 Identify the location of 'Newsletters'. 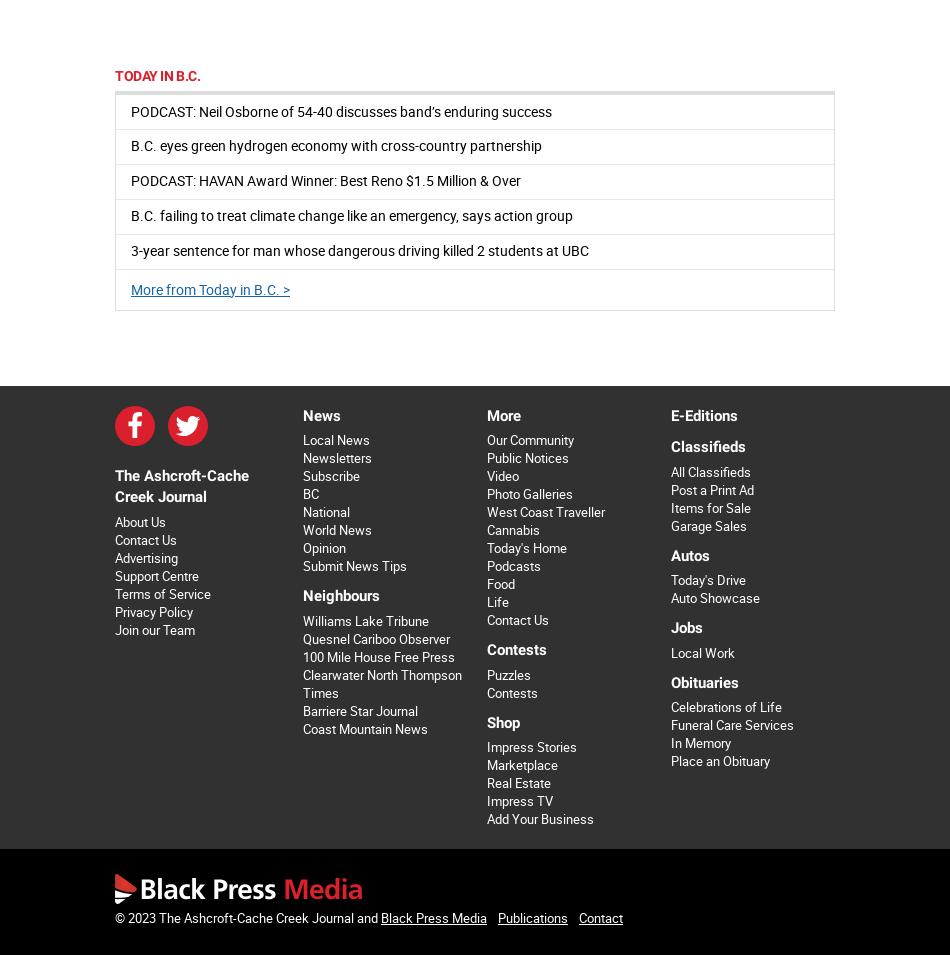
(335, 457).